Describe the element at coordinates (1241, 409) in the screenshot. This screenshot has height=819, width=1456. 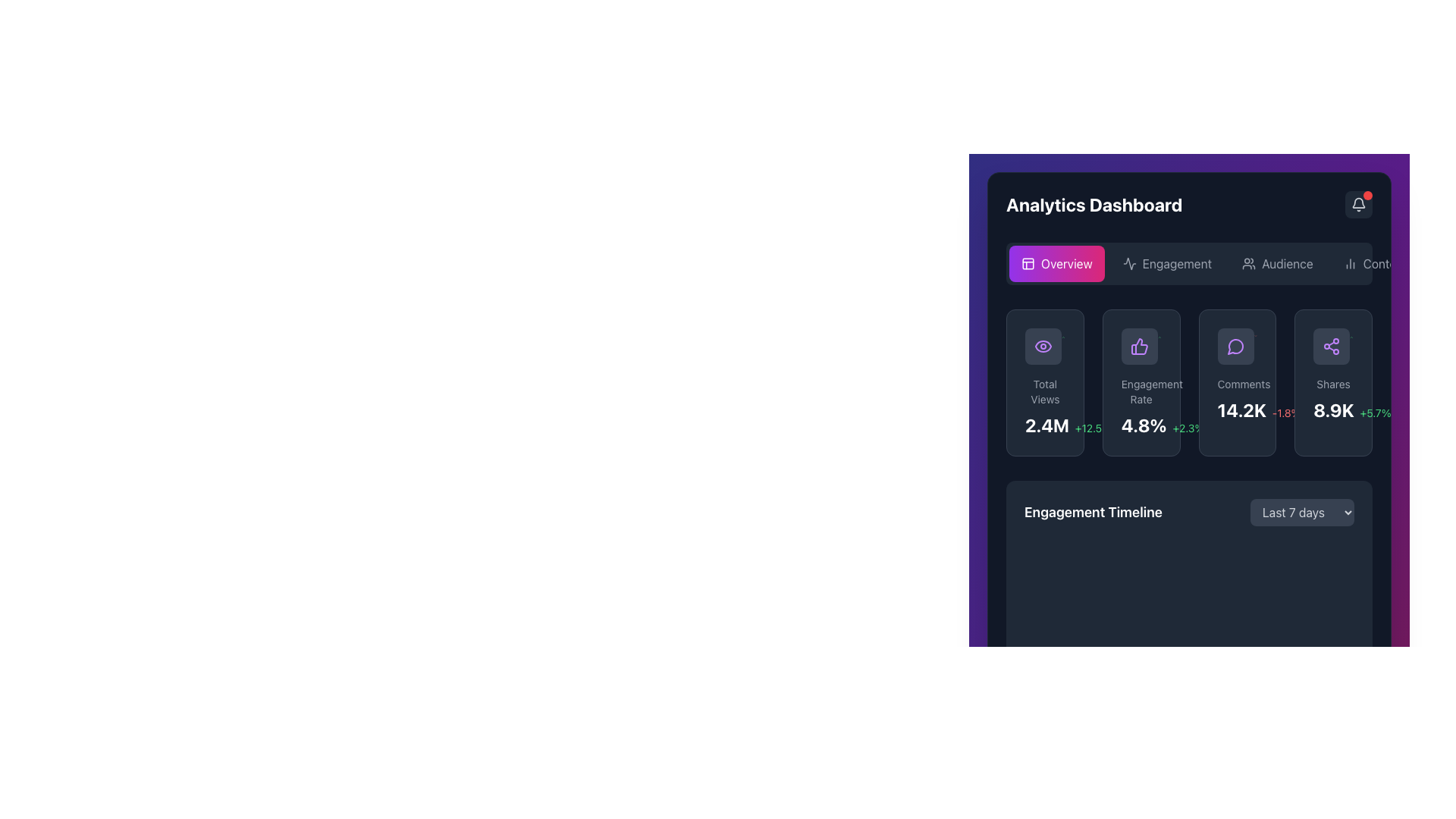
I see `the text label displaying '14.2K' on the 'Comments' card in the Analytics Dashboard` at that location.